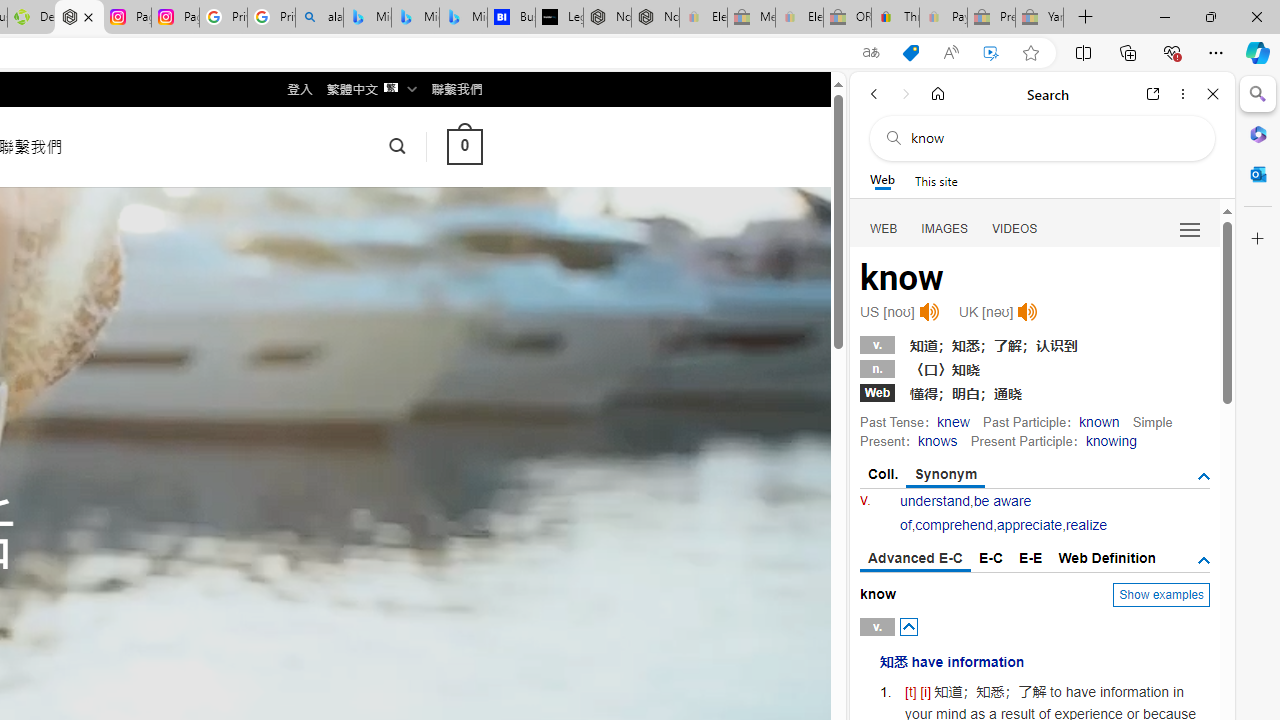 This screenshot has height=720, width=1280. Describe the element at coordinates (367, 17) in the screenshot. I see `'Microsoft Bing Travel - Flights from Hong Kong to Bangkok'` at that location.